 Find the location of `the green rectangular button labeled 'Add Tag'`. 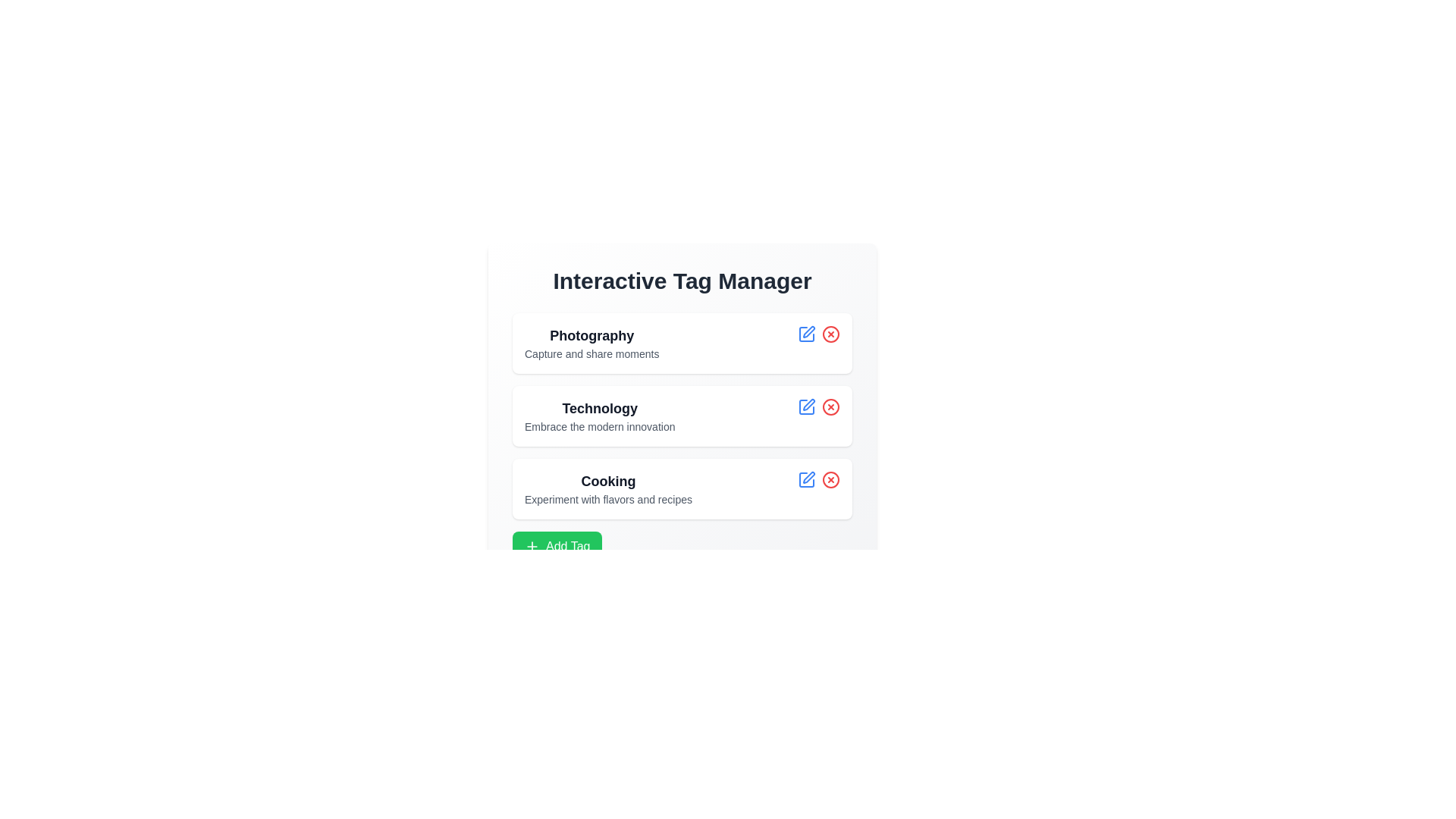

the green rectangular button labeled 'Add Tag' is located at coordinates (557, 547).